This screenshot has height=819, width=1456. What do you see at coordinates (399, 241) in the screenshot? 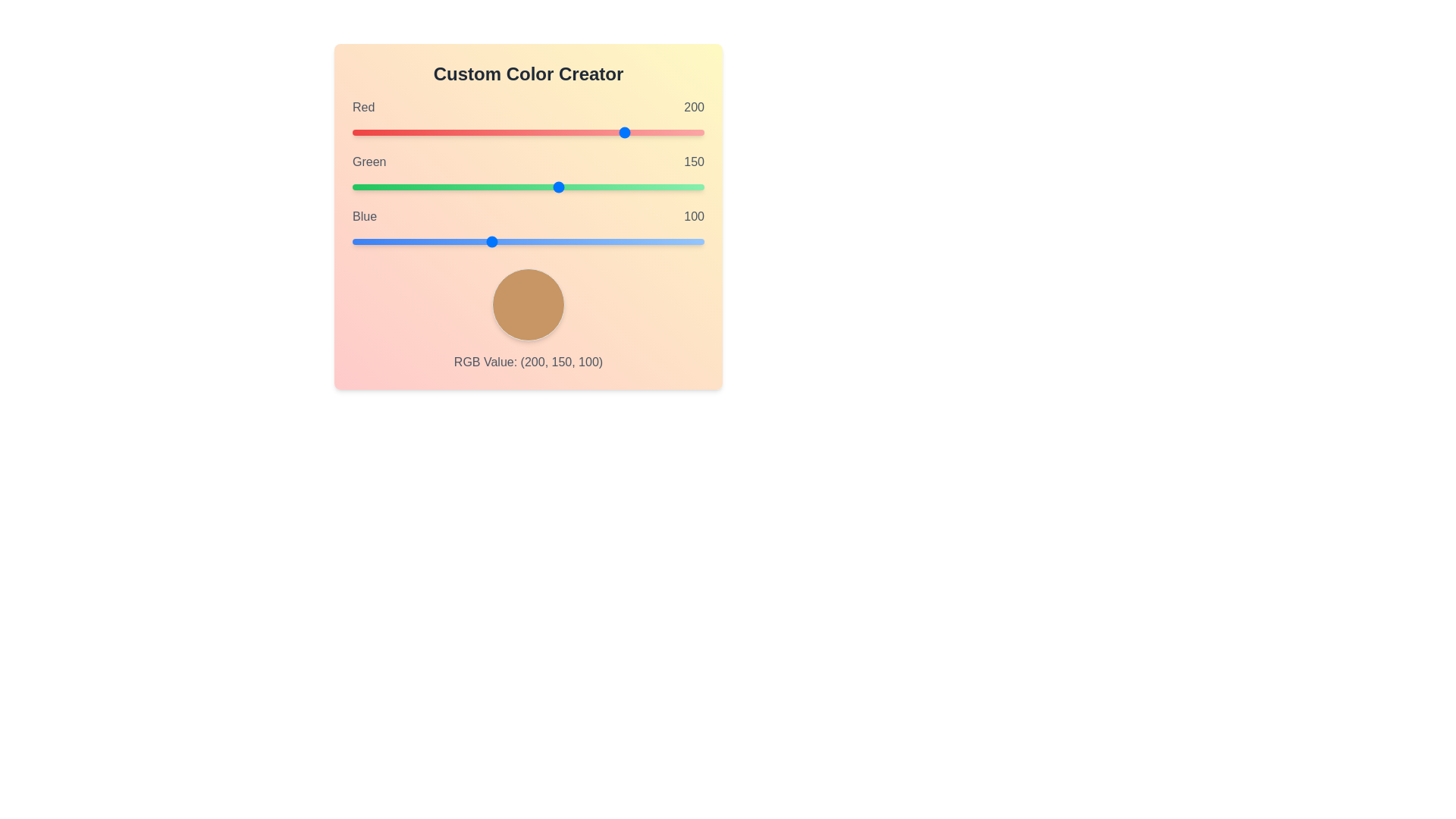
I see `the blue slider to set the blue value to 34` at bounding box center [399, 241].